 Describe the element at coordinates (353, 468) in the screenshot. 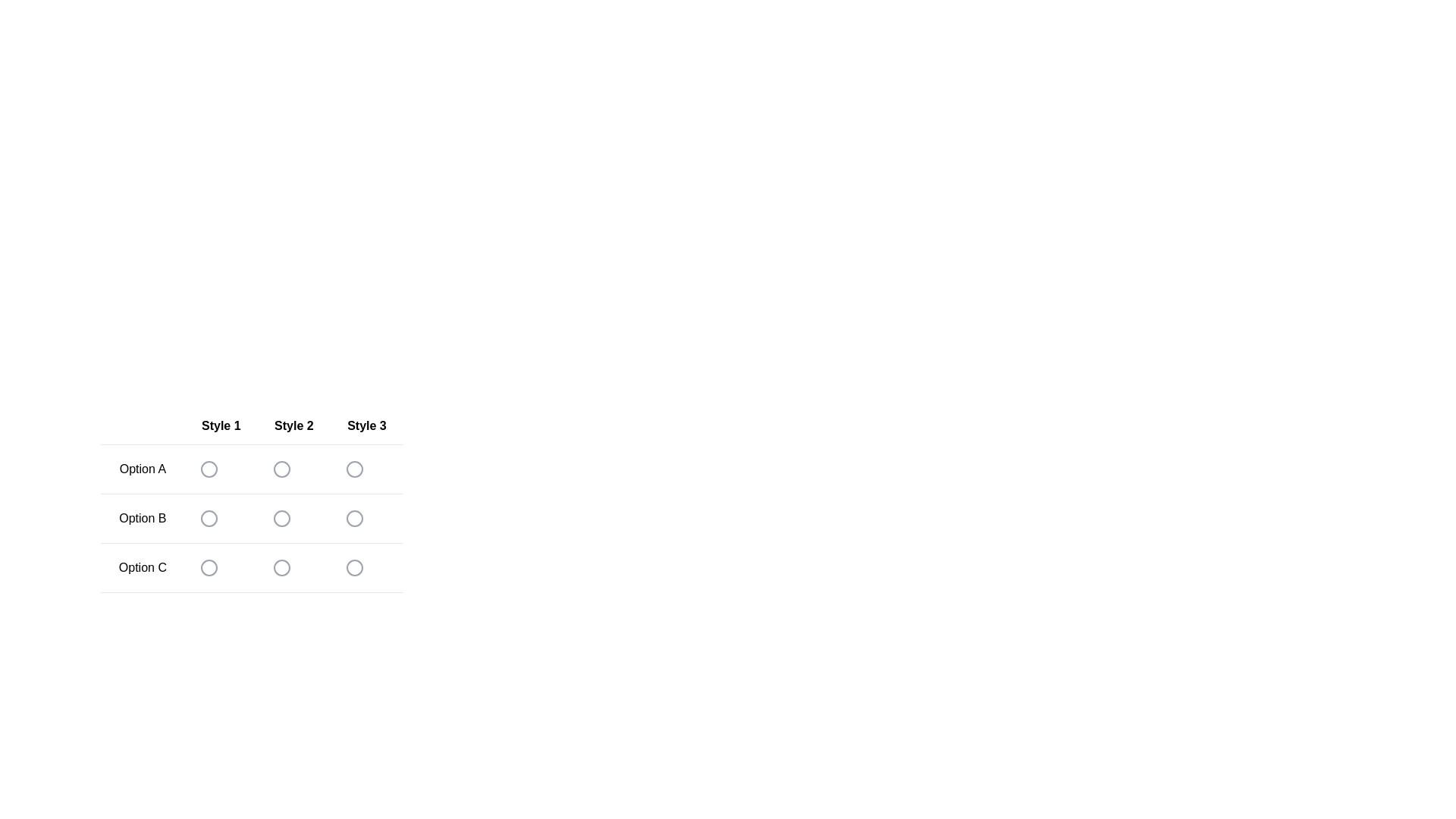

I see `the third radio button in the 'Style 3' column corresponding to the 'Option A' row` at that location.